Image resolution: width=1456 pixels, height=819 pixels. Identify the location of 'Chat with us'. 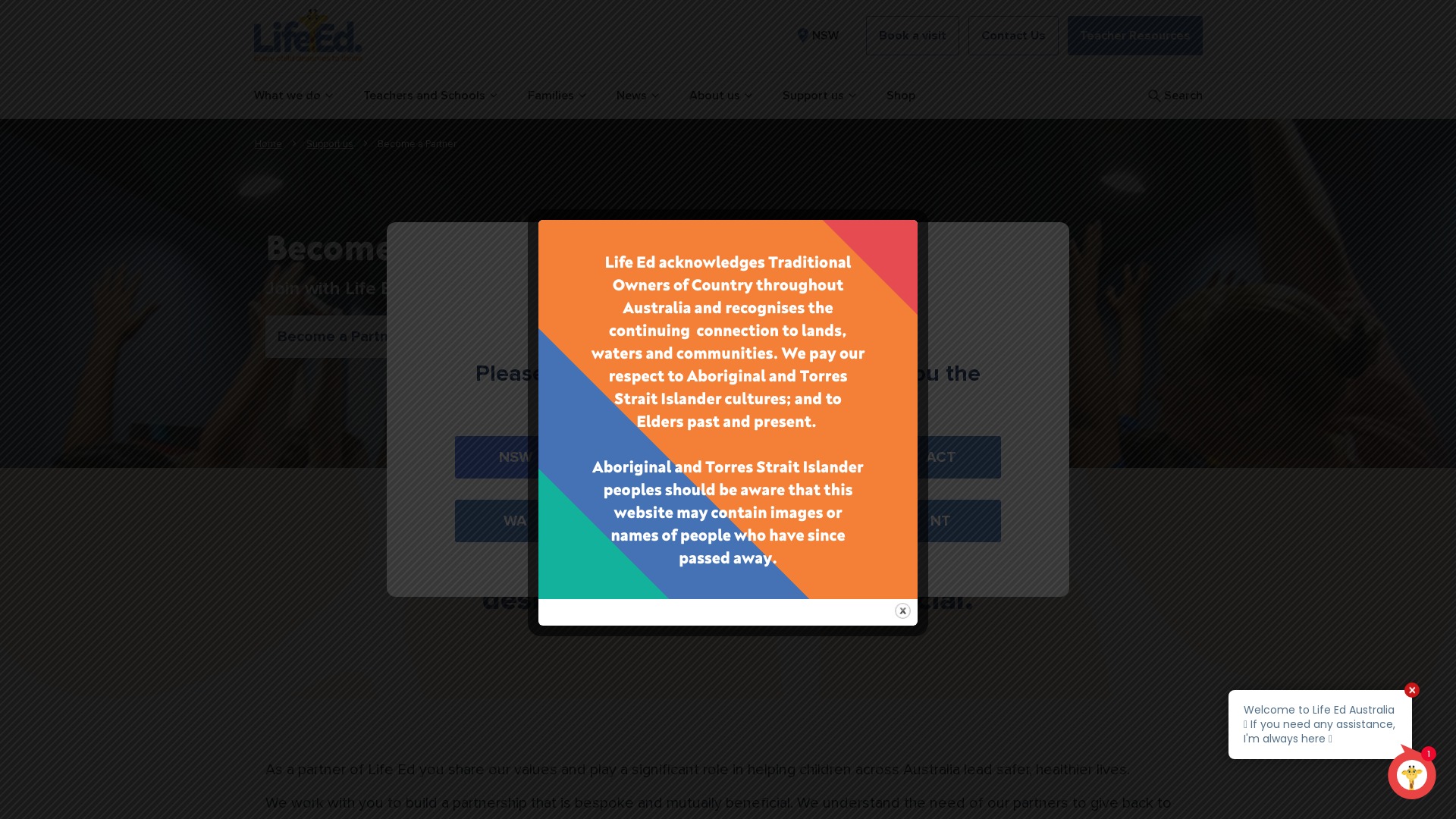
(1216, 744).